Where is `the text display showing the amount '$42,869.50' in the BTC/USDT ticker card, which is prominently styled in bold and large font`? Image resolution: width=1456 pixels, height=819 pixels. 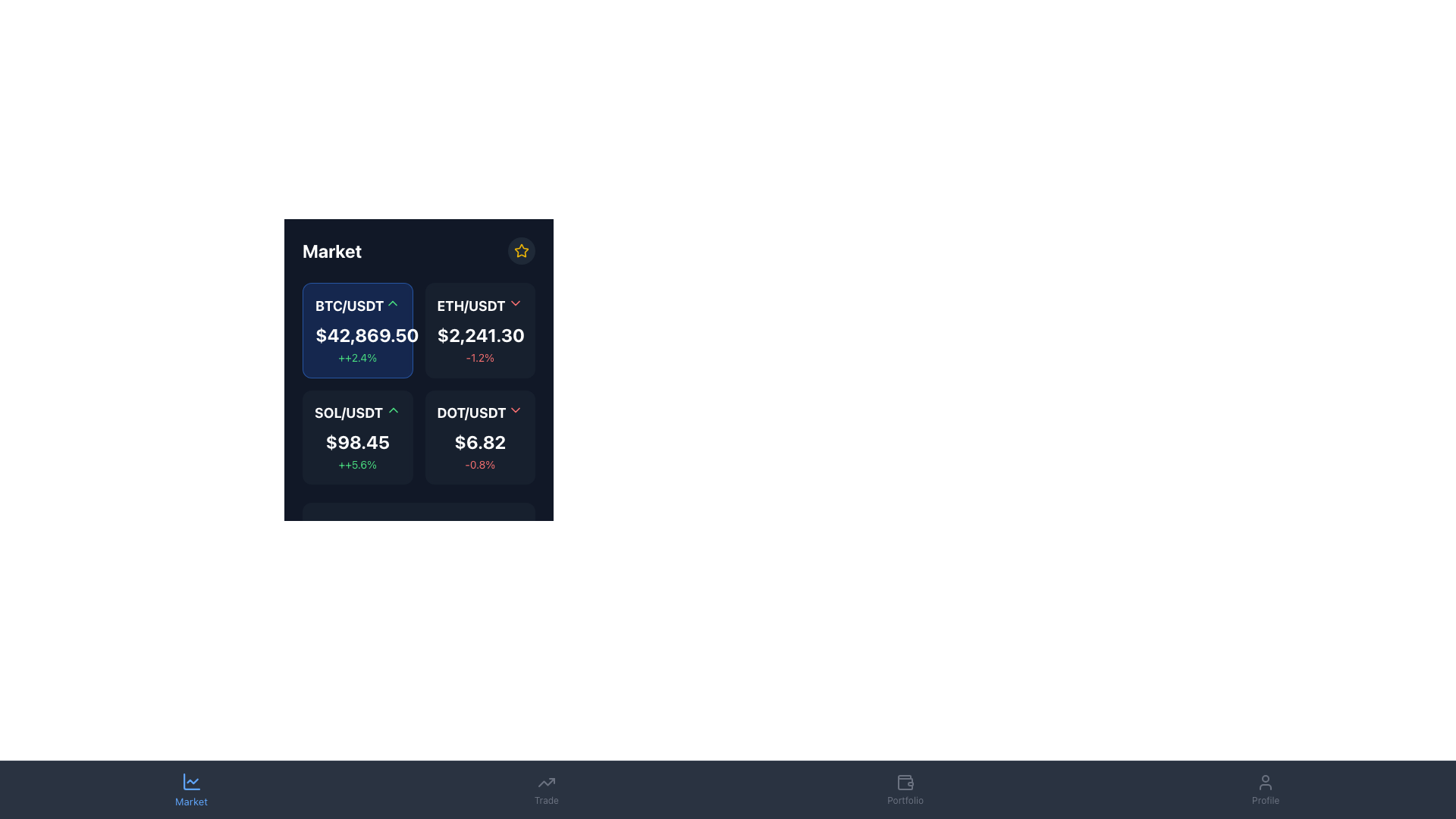 the text display showing the amount '$42,869.50' in the BTC/USDT ticker card, which is prominently styled in bold and large font is located at coordinates (356, 334).